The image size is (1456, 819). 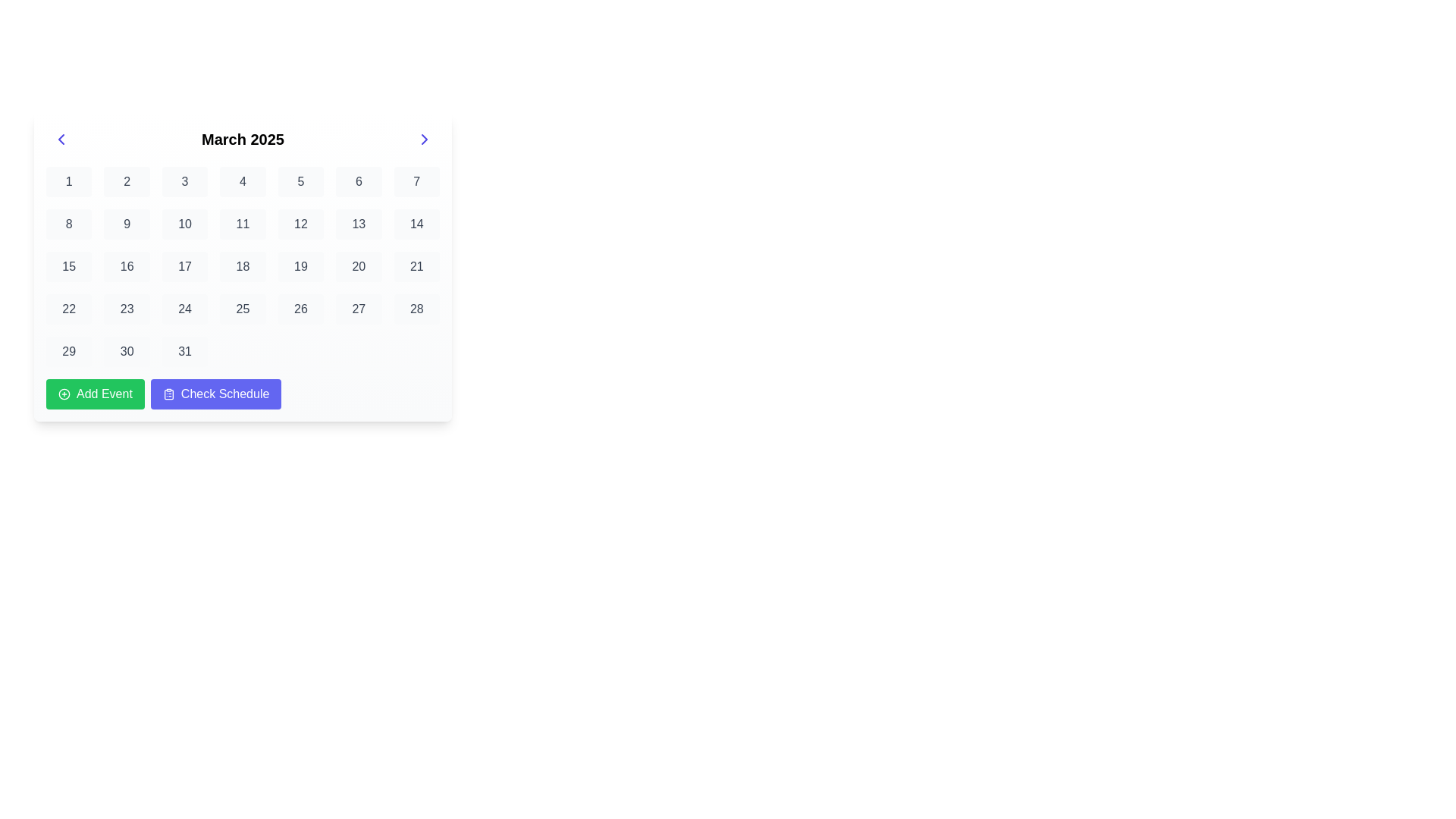 I want to click on the calendar cell displaying the number '1', so click(x=68, y=180).